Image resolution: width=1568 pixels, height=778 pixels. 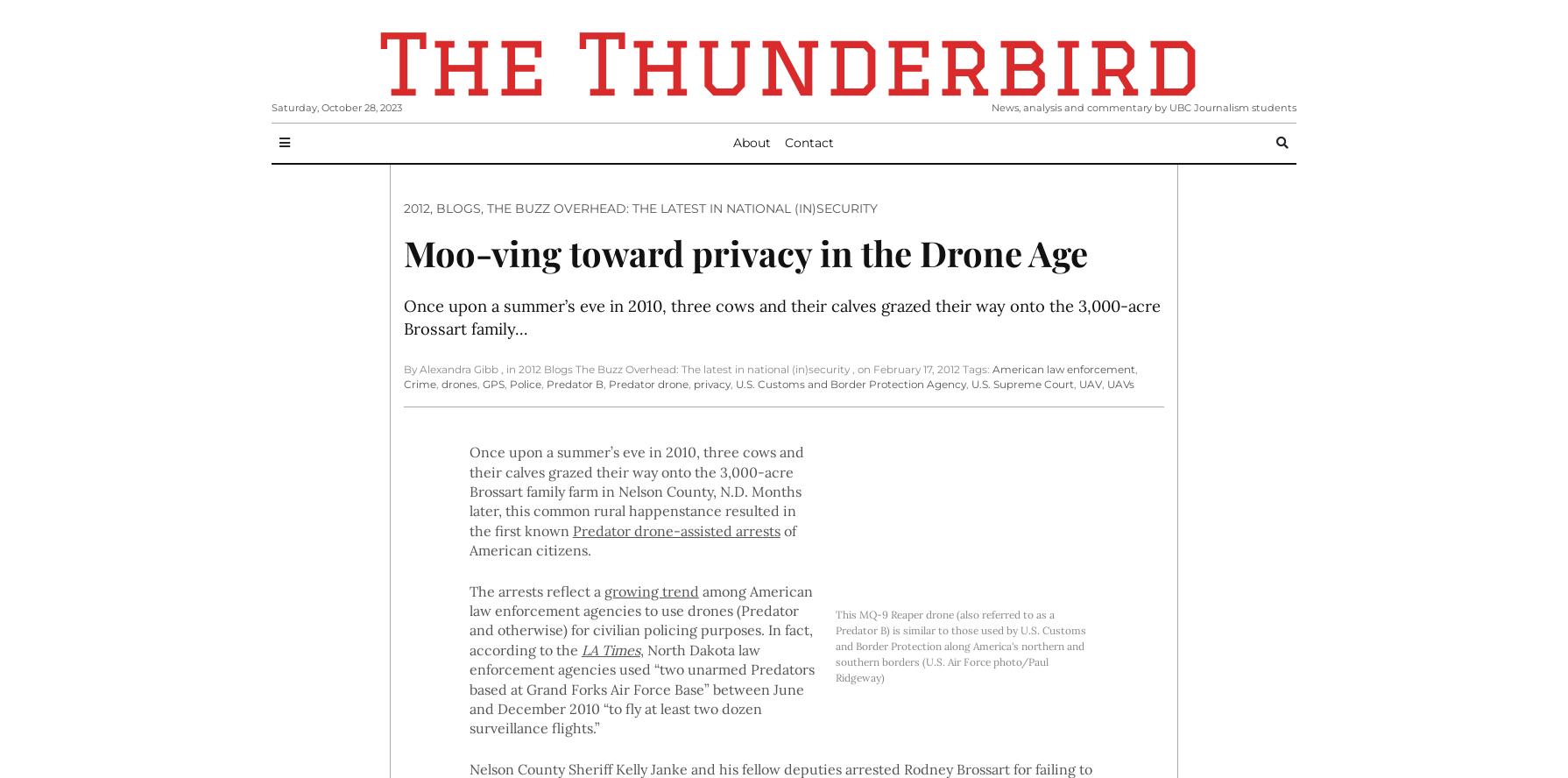 I want to click on 'Predator B', so click(x=574, y=383).